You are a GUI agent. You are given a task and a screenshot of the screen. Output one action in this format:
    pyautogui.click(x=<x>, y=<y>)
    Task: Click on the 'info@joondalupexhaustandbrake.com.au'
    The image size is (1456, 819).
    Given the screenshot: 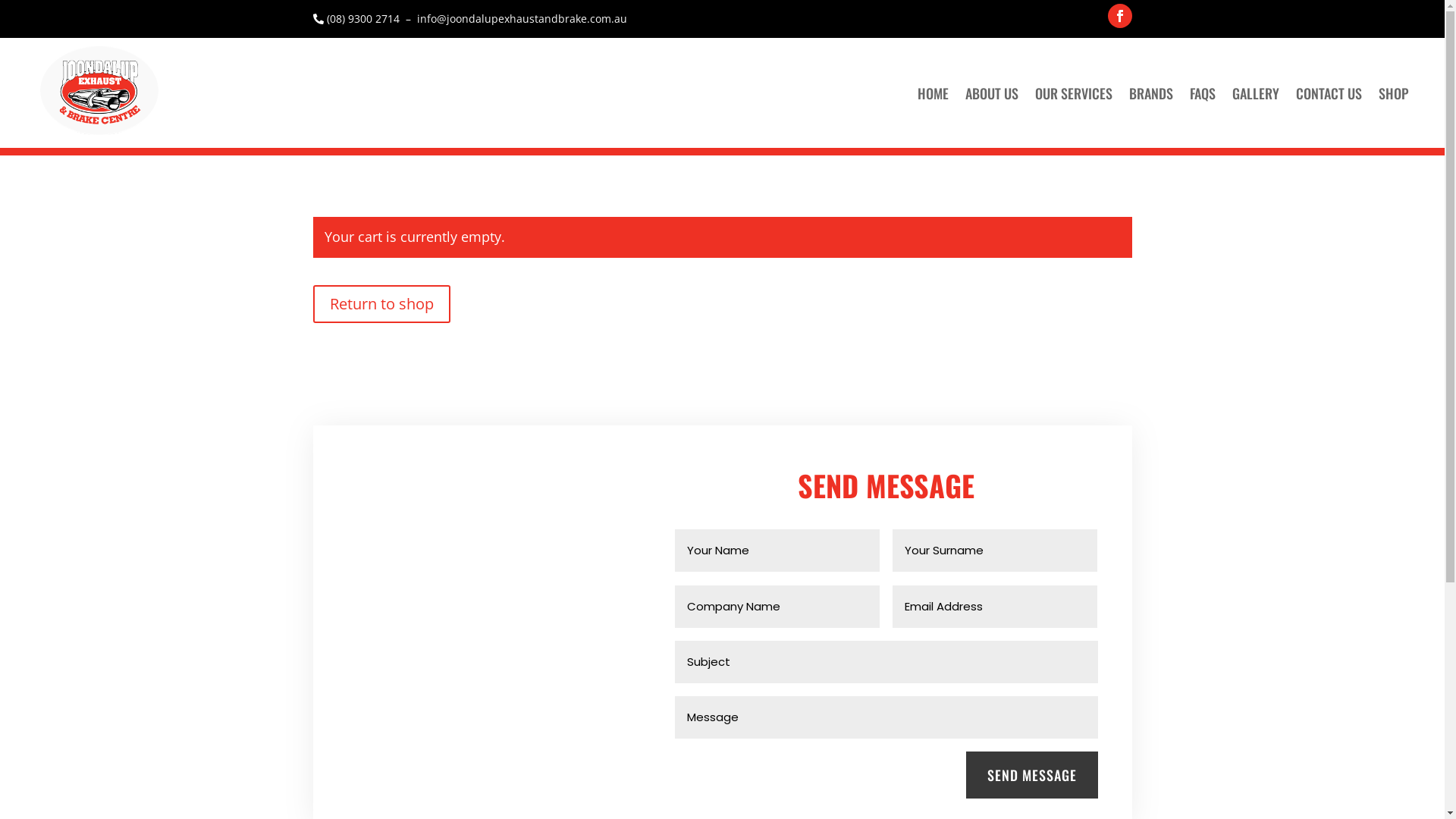 What is the action you would take?
    pyautogui.click(x=522, y=18)
    